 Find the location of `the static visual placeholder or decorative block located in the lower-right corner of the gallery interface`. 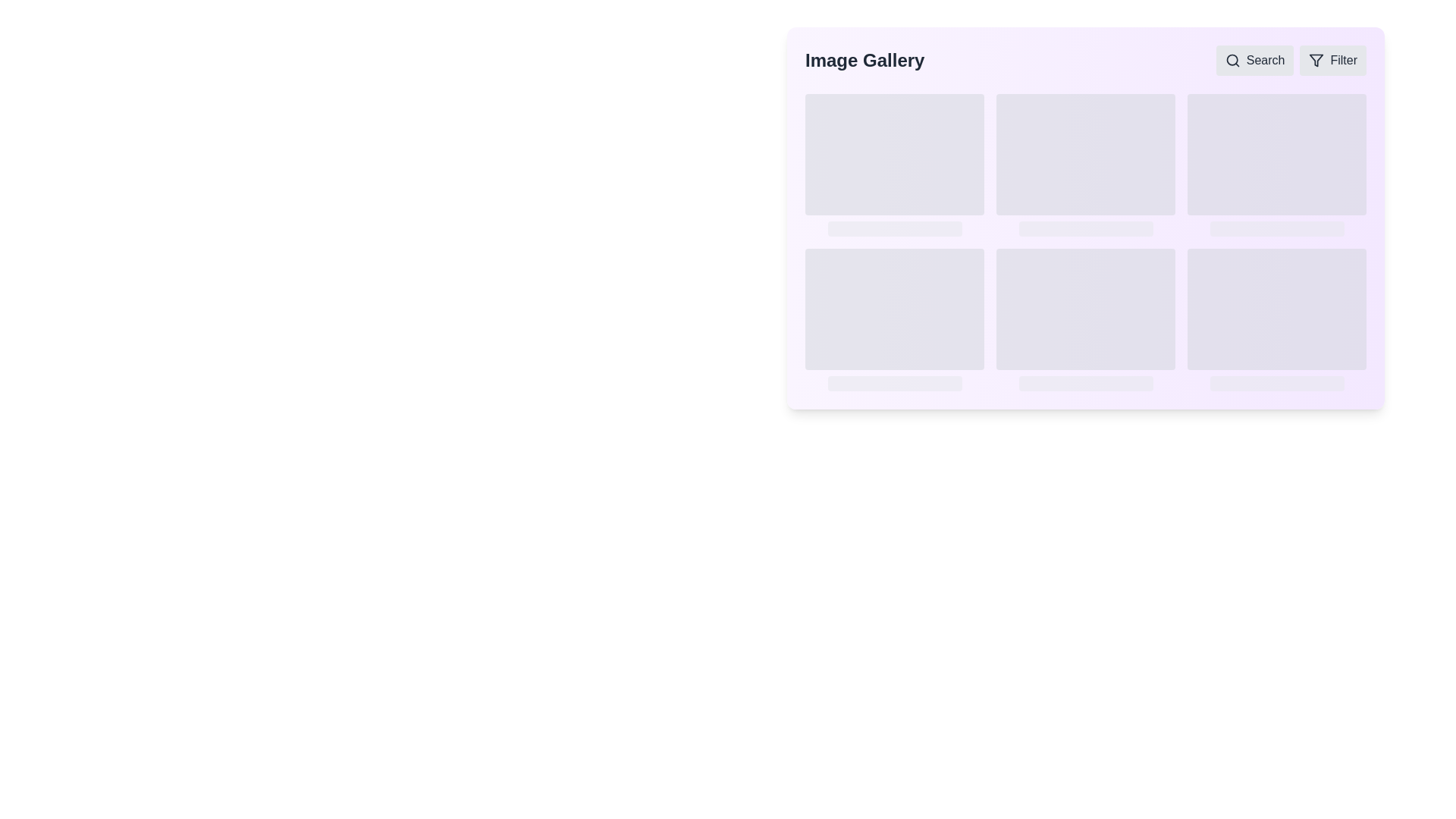

the static visual placeholder or decorative block located in the lower-right corner of the gallery interface is located at coordinates (1276, 309).